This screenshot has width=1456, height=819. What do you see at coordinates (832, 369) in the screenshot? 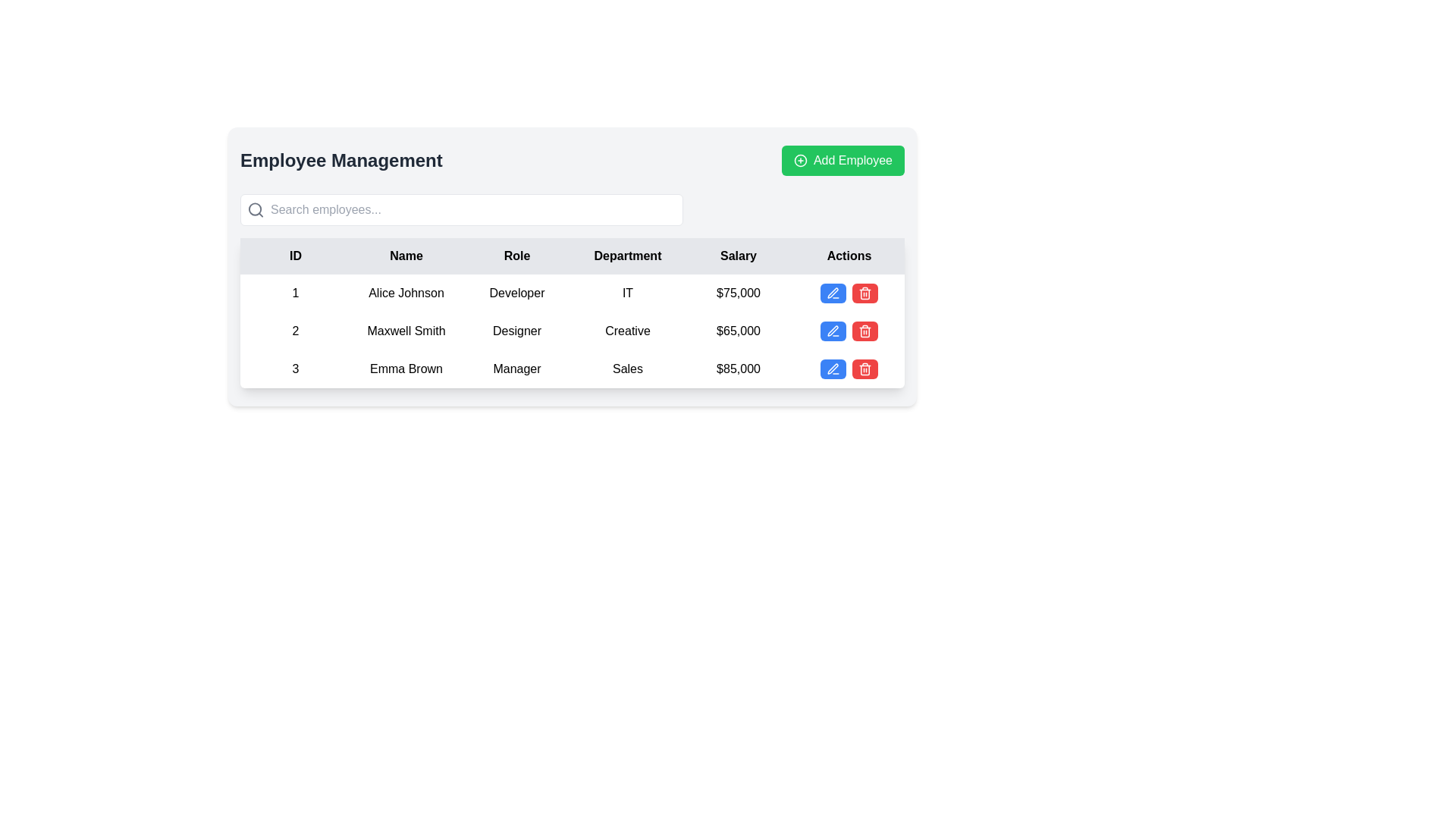
I see `the pen tool icon in the 'Actions' column of the third row in the employee data management interface to invoke editing` at bounding box center [832, 369].